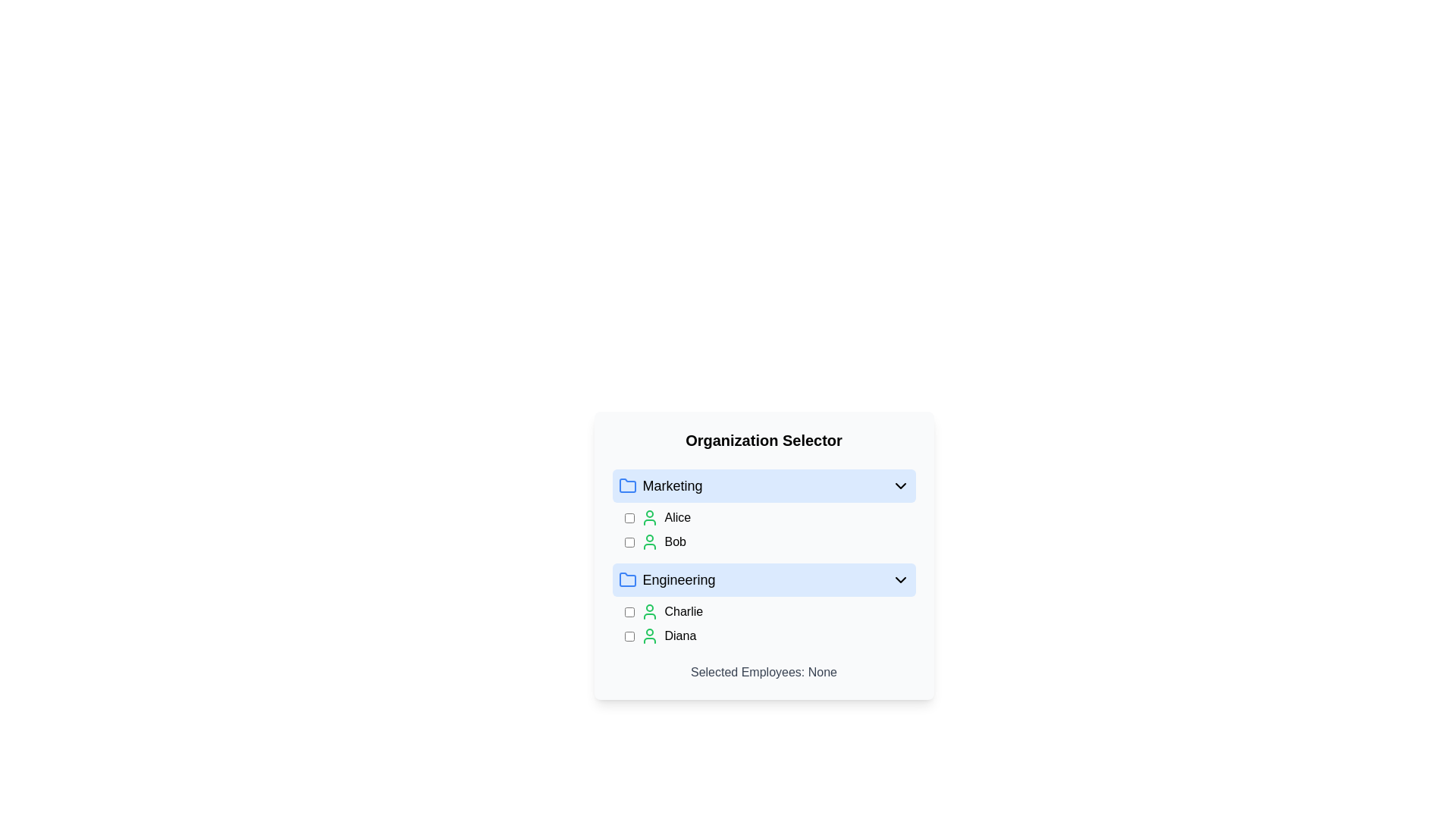 The width and height of the screenshot is (1456, 819). What do you see at coordinates (649, 636) in the screenshot?
I see `the user icon with a green stroke located next to the text 'Diana' for information` at bounding box center [649, 636].